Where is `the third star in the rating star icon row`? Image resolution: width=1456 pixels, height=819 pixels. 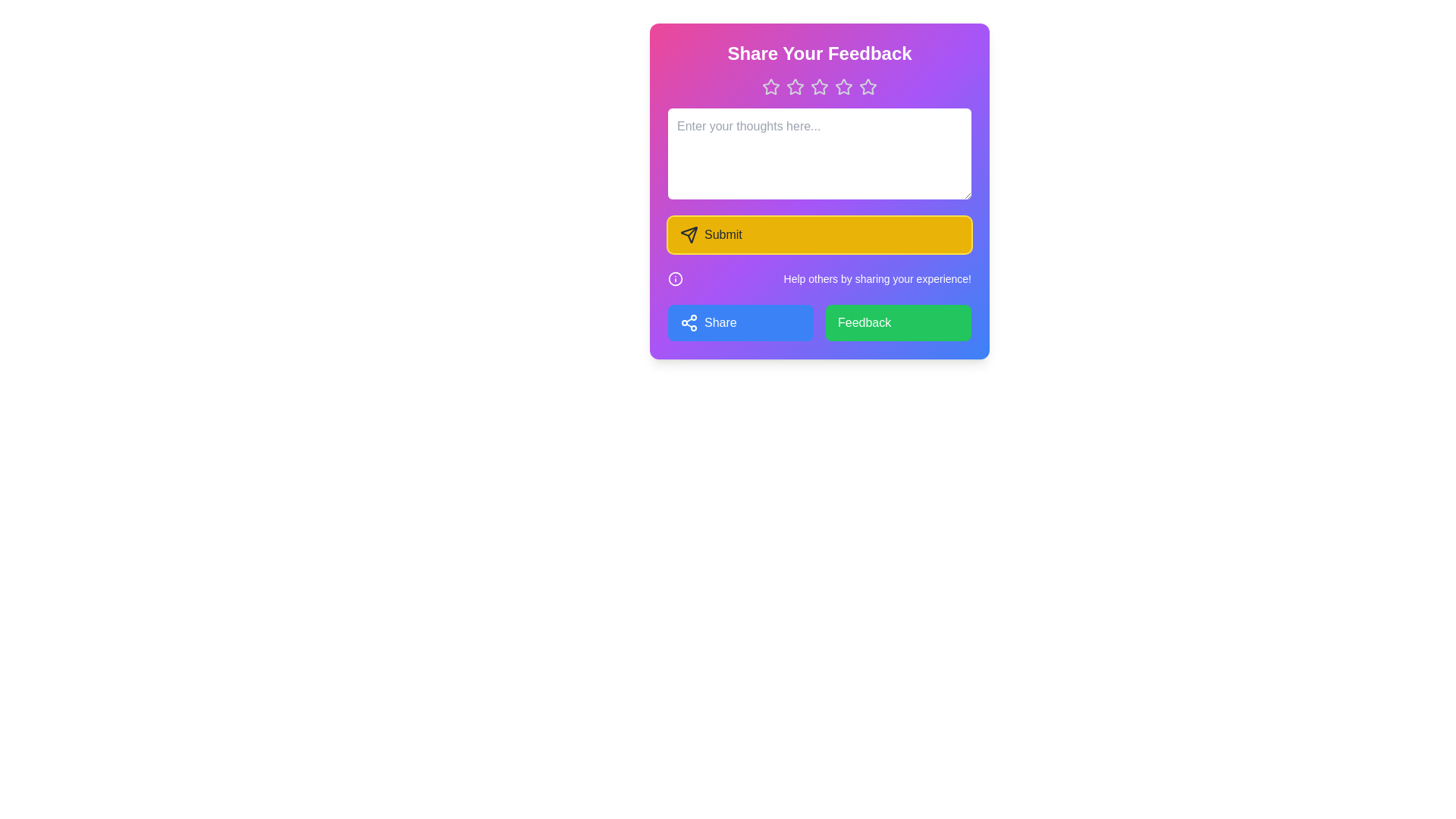 the third star in the rating star icon row is located at coordinates (818, 86).